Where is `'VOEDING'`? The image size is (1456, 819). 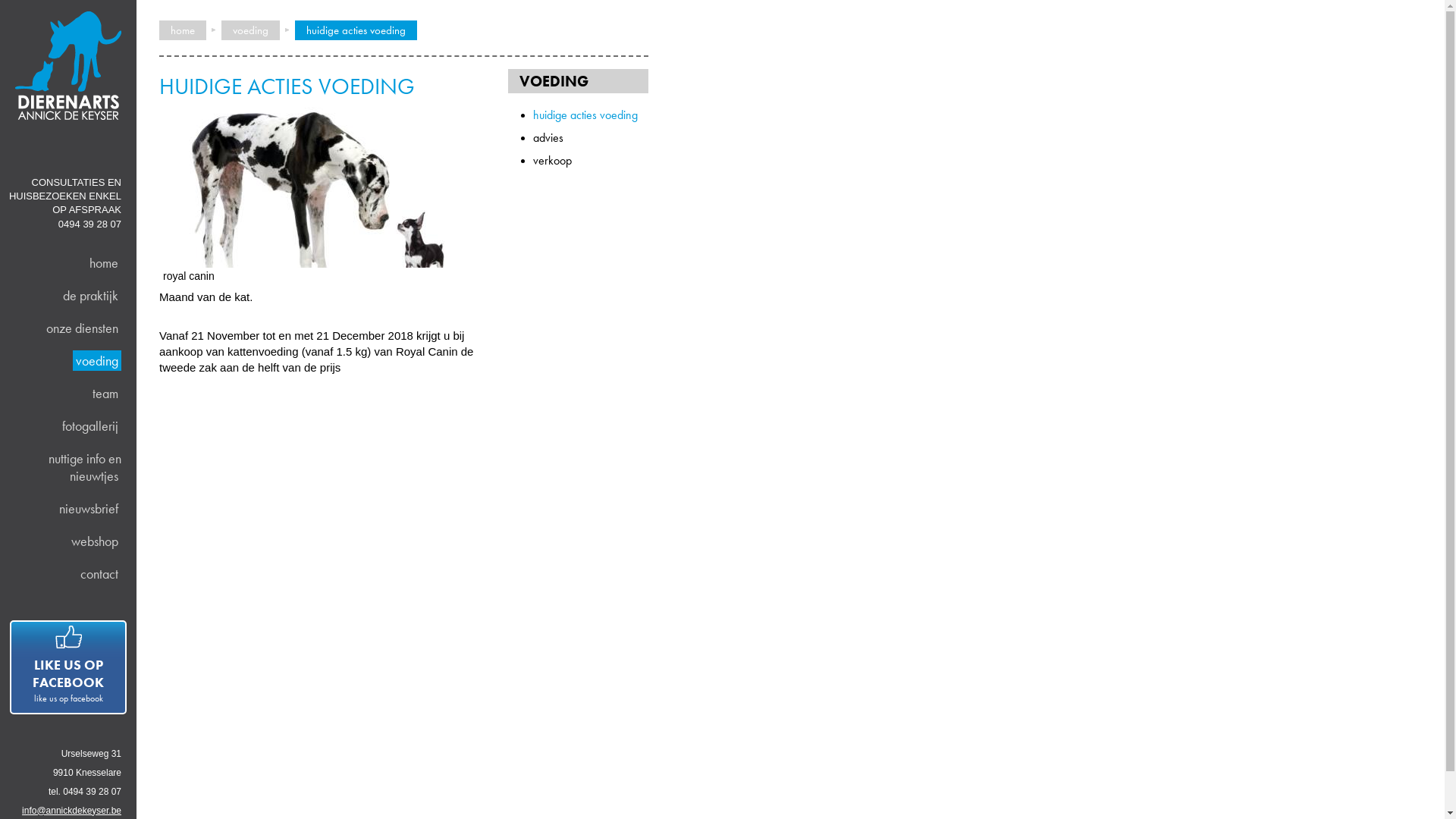 'VOEDING' is located at coordinates (553, 81).